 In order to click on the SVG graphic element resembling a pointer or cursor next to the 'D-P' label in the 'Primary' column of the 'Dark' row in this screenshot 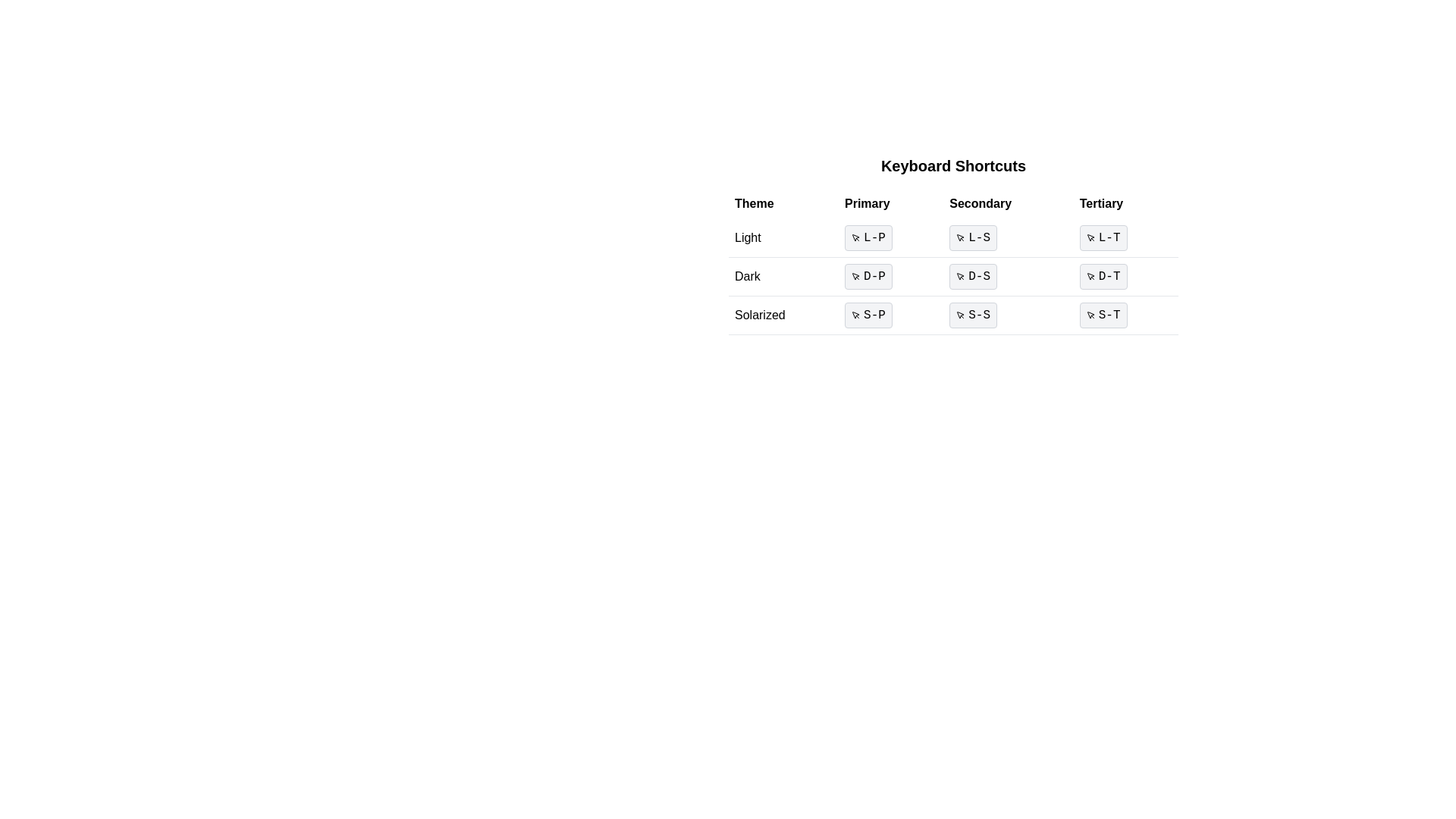, I will do `click(855, 276)`.